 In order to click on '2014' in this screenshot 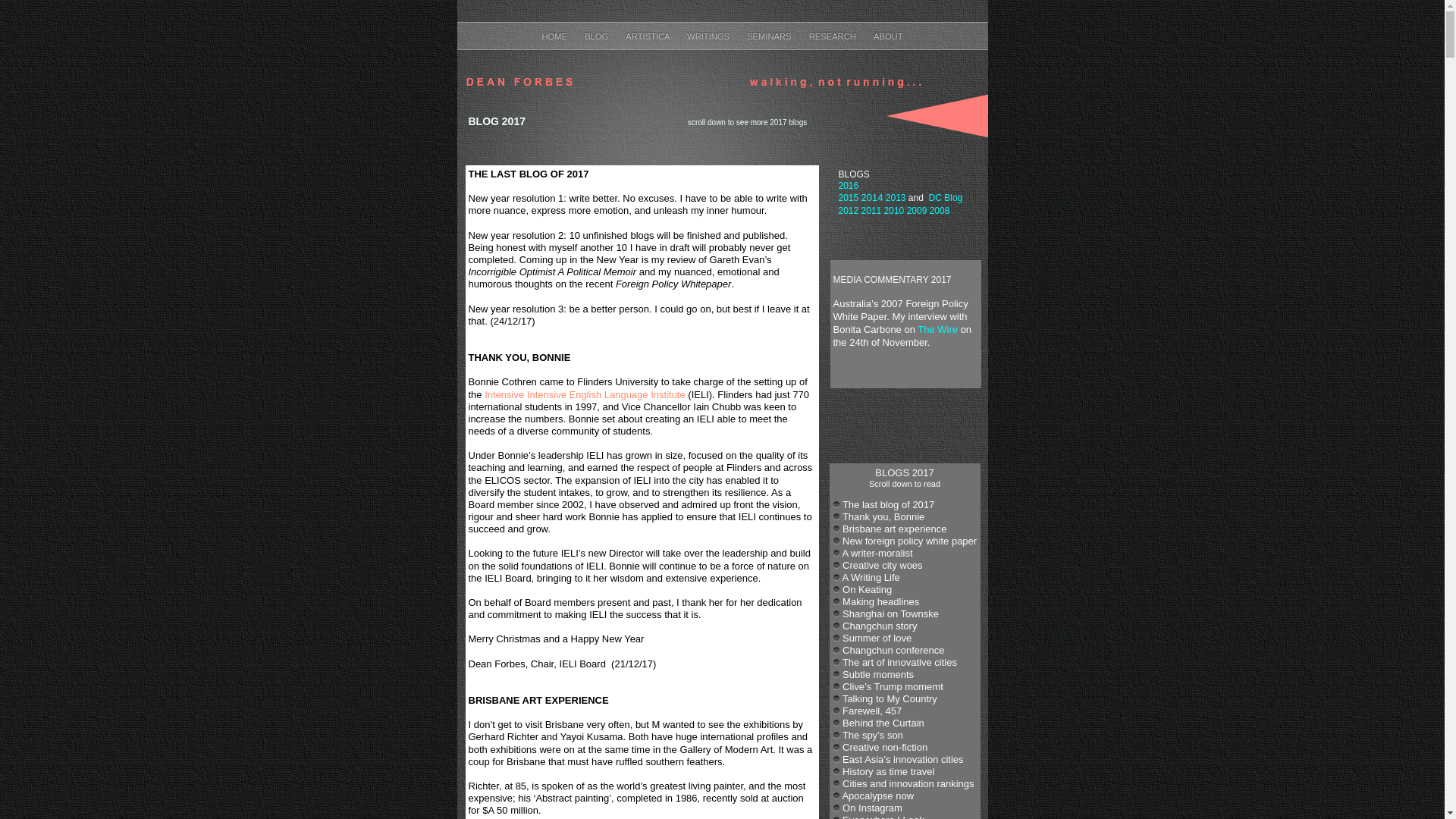, I will do `click(872, 196)`.